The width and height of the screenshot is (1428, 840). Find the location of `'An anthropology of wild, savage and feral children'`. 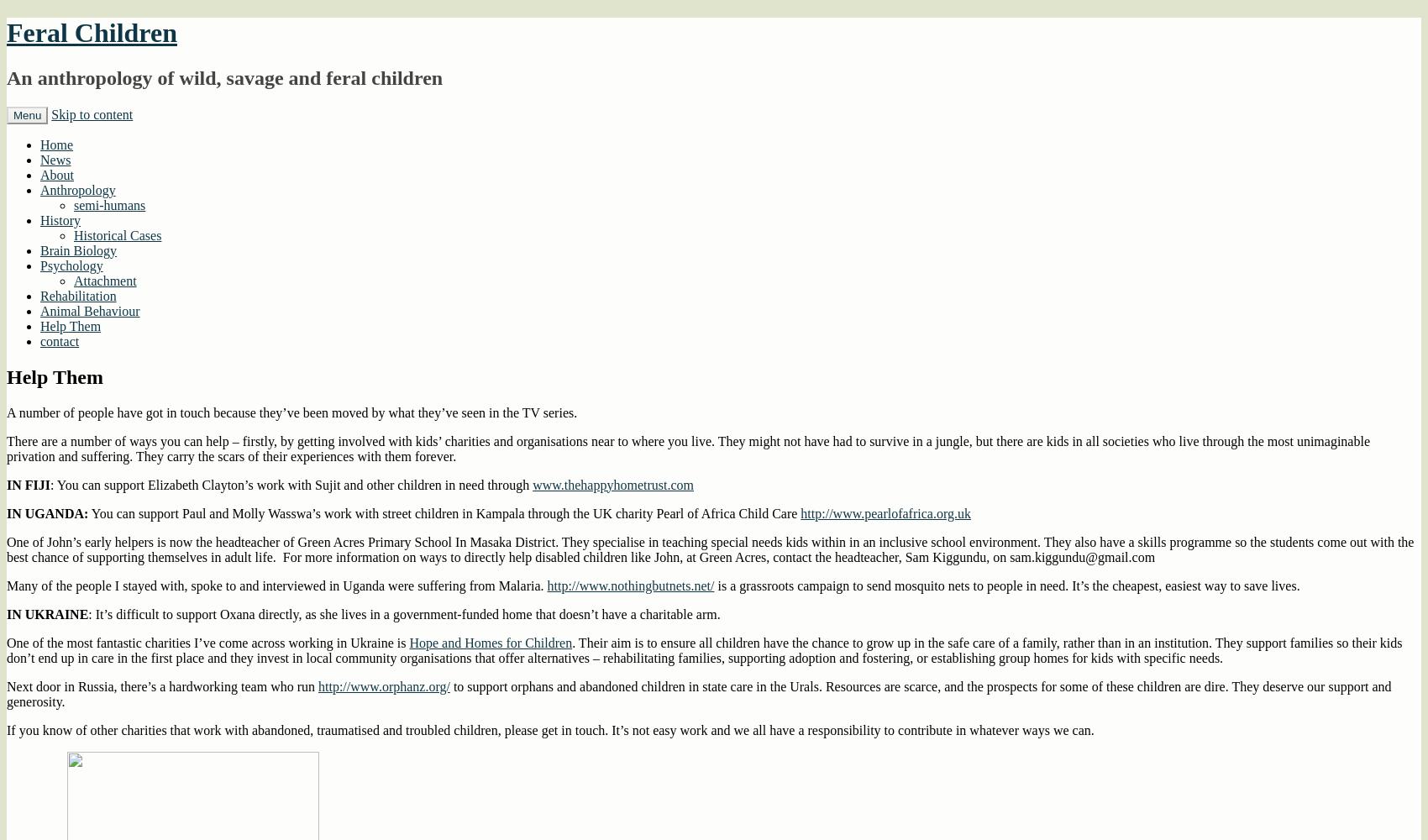

'An anthropology of wild, savage and feral children' is located at coordinates (224, 76).